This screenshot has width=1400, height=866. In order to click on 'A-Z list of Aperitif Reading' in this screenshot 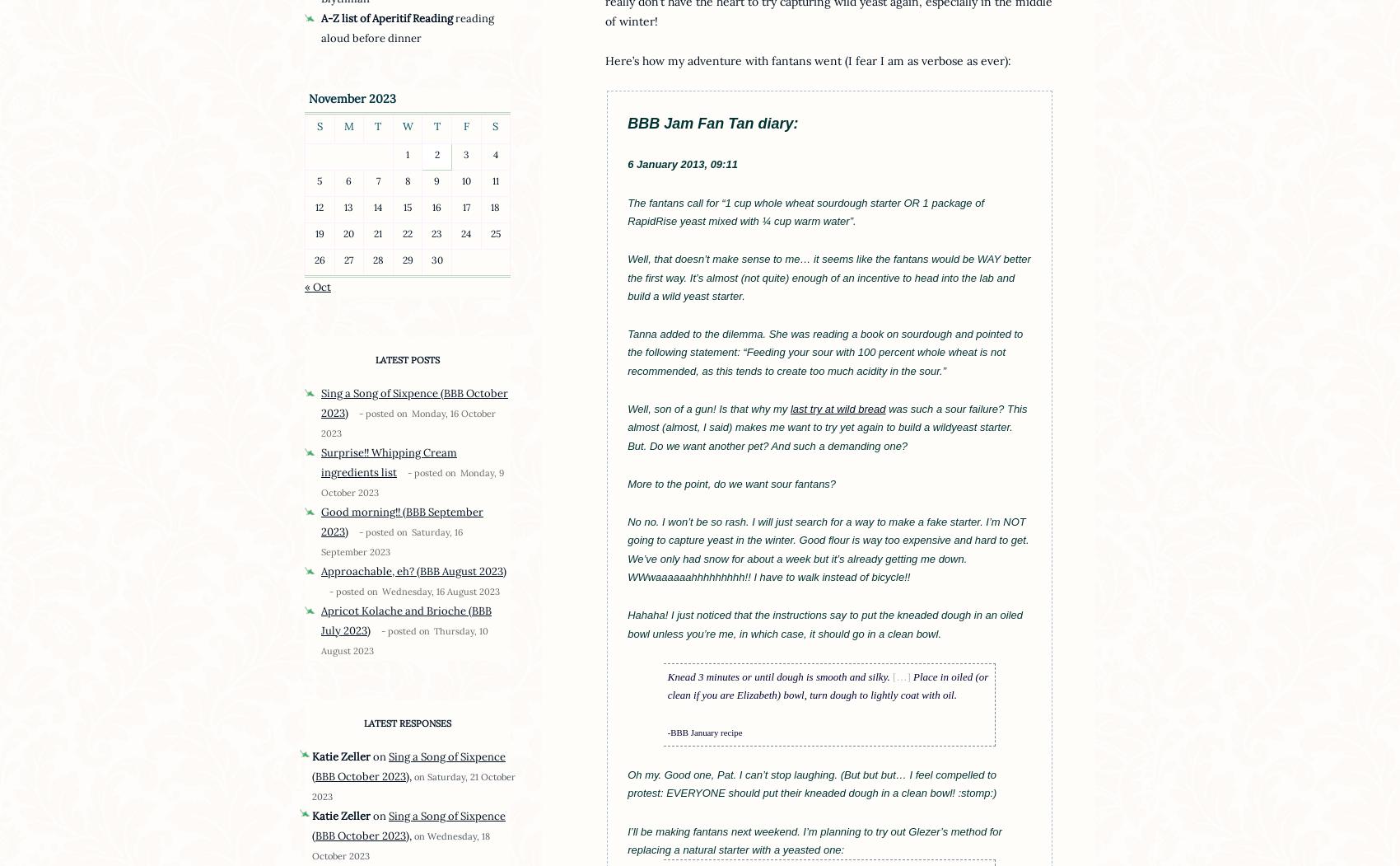, I will do `click(387, 18)`.